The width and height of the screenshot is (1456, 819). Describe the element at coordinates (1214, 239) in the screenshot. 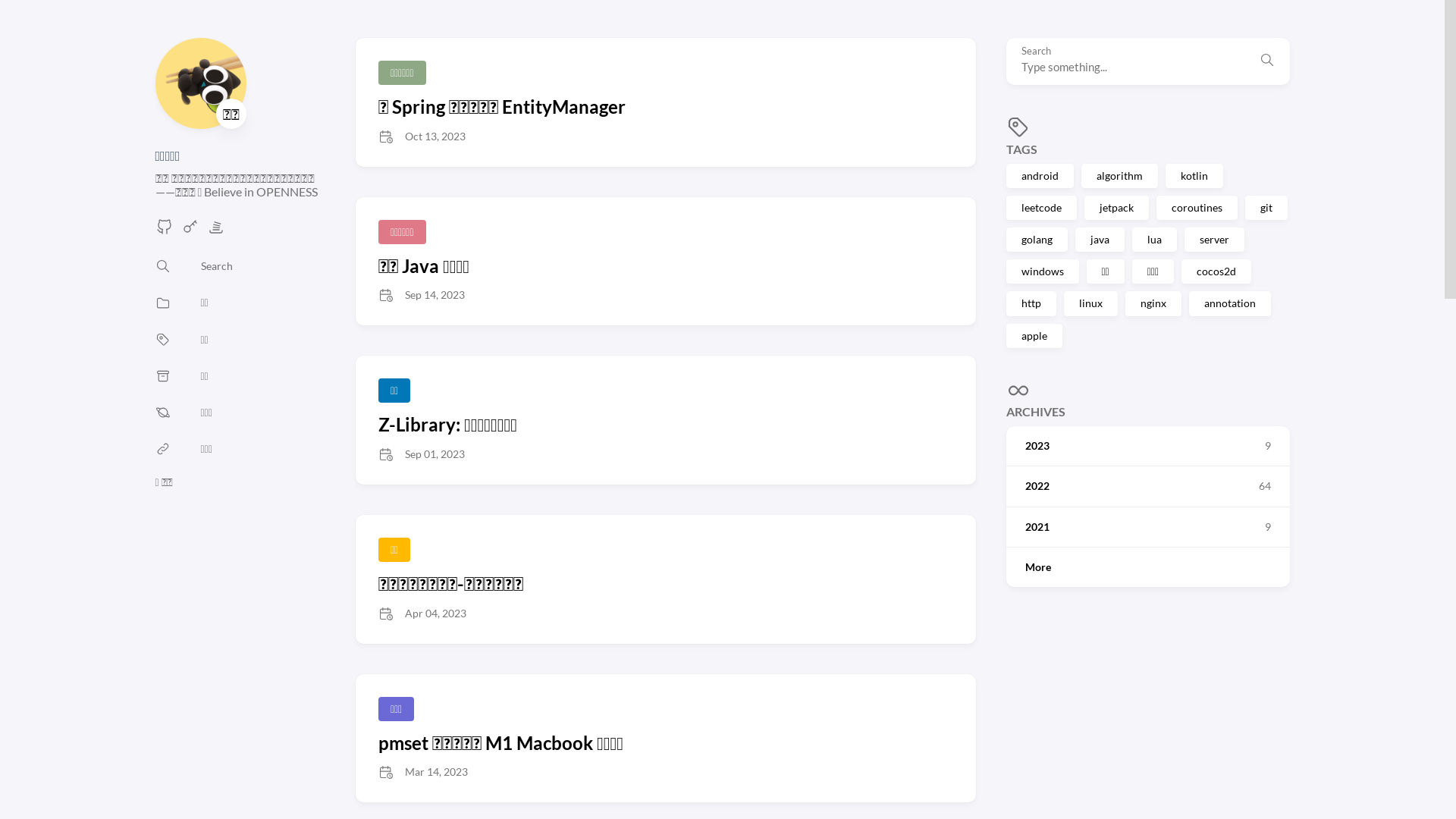

I see `'server'` at that location.